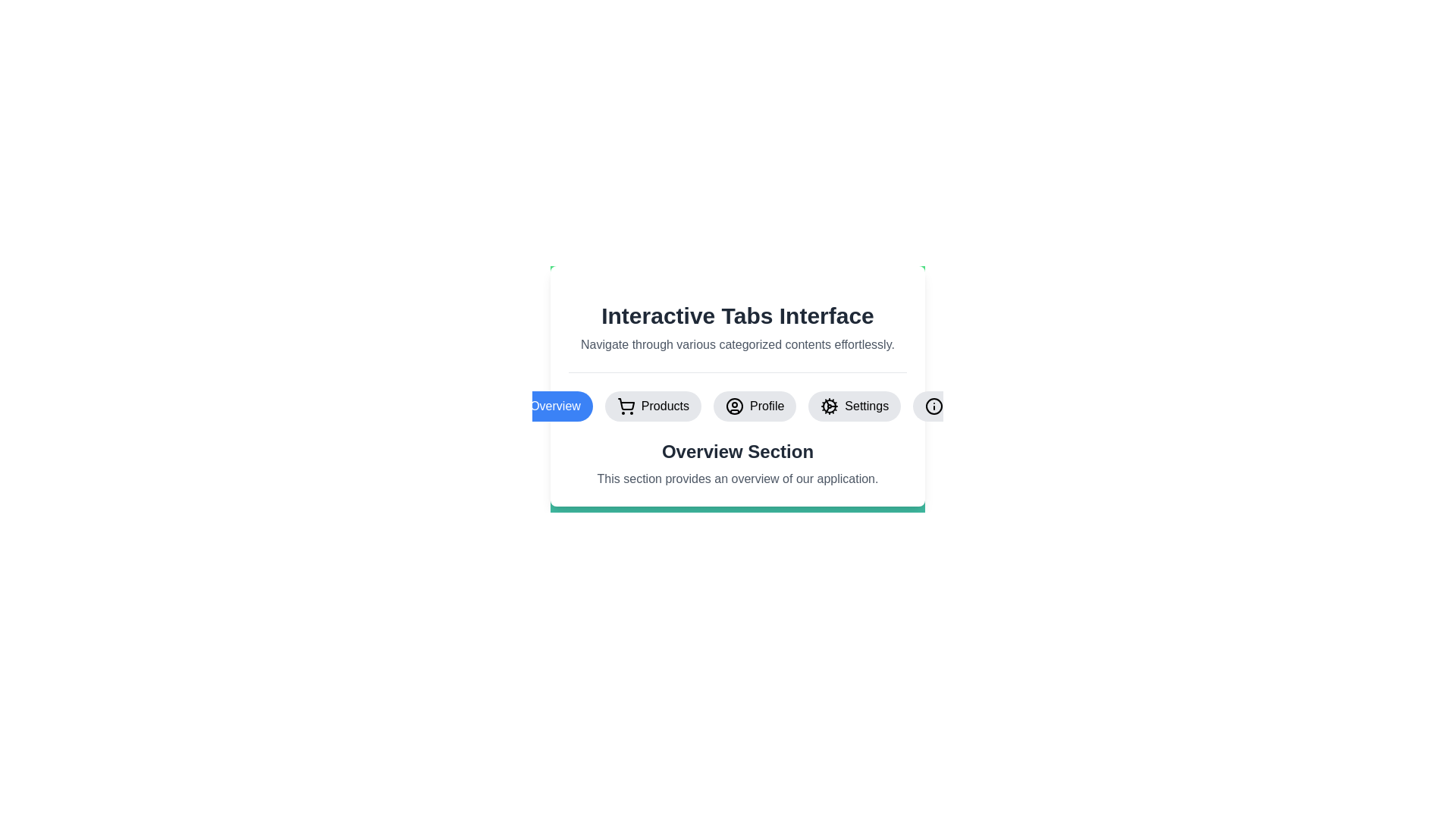 This screenshot has width=1456, height=819. Describe the element at coordinates (946, 406) in the screenshot. I see `the 'Info' button with rounded edges and a gray background, which is the last button in a row of similar buttons` at that location.